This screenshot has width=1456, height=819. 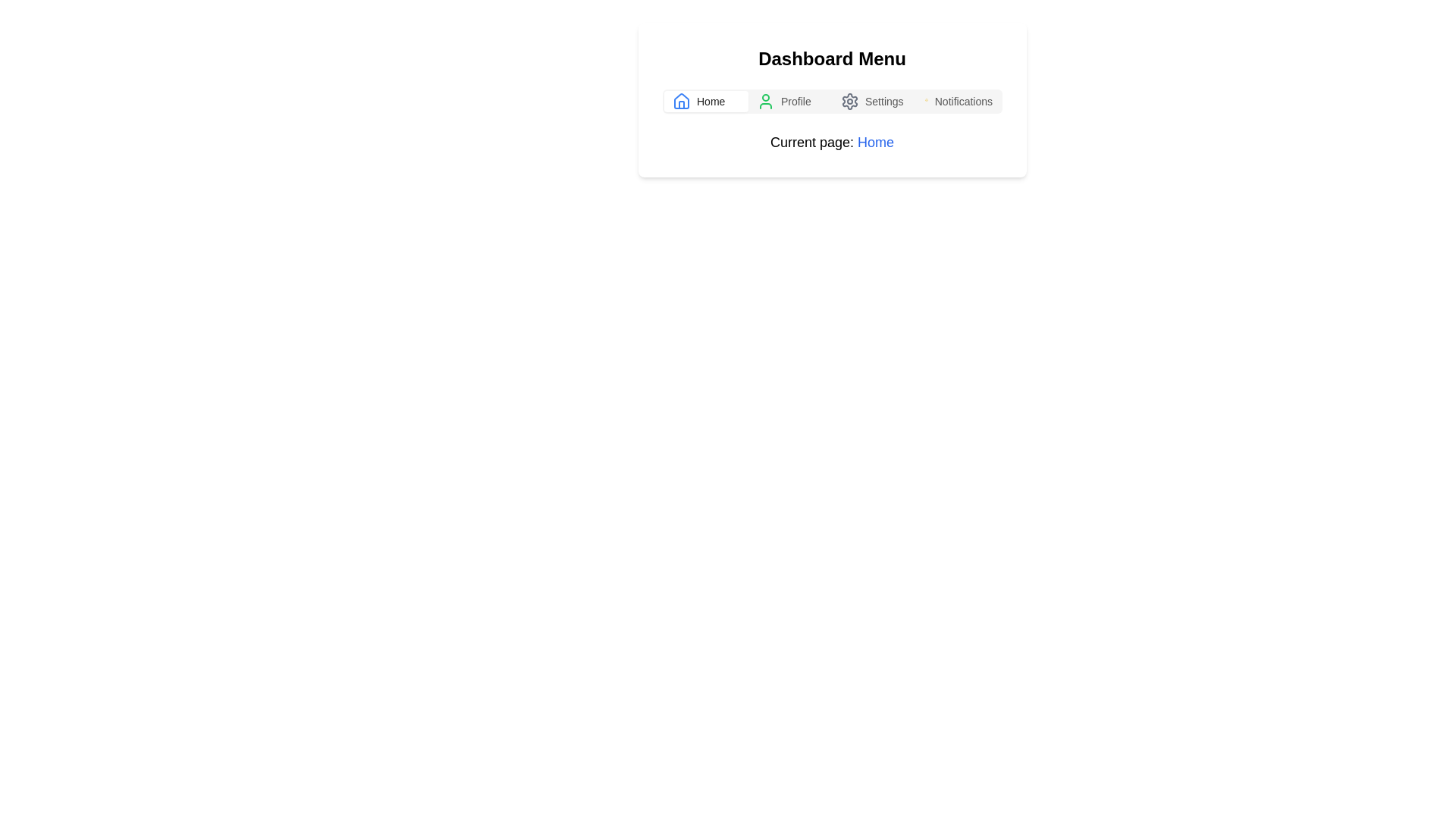 What do you see at coordinates (705, 102) in the screenshot?
I see `the 'Home' navigation tab, which is the first tab in the Dashboard Menu and visually distinct as the currently selected tab` at bounding box center [705, 102].